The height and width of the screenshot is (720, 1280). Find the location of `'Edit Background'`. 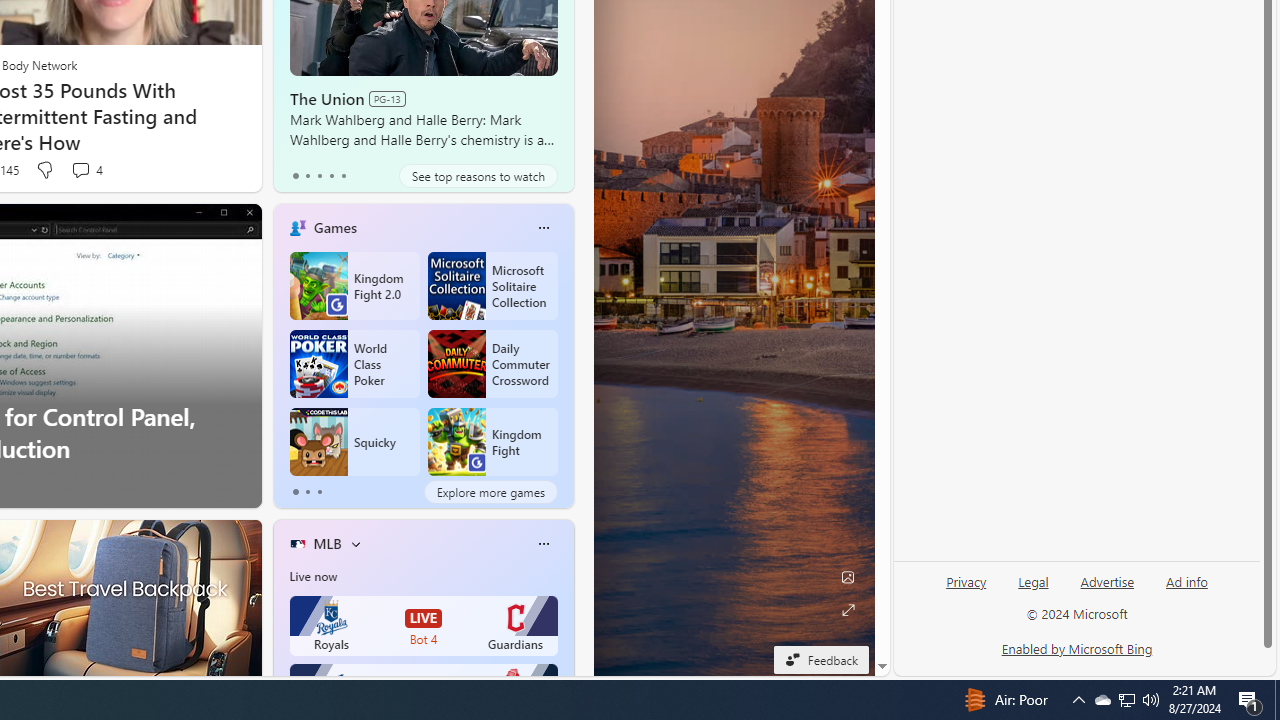

'Edit Background' is located at coordinates (848, 577).